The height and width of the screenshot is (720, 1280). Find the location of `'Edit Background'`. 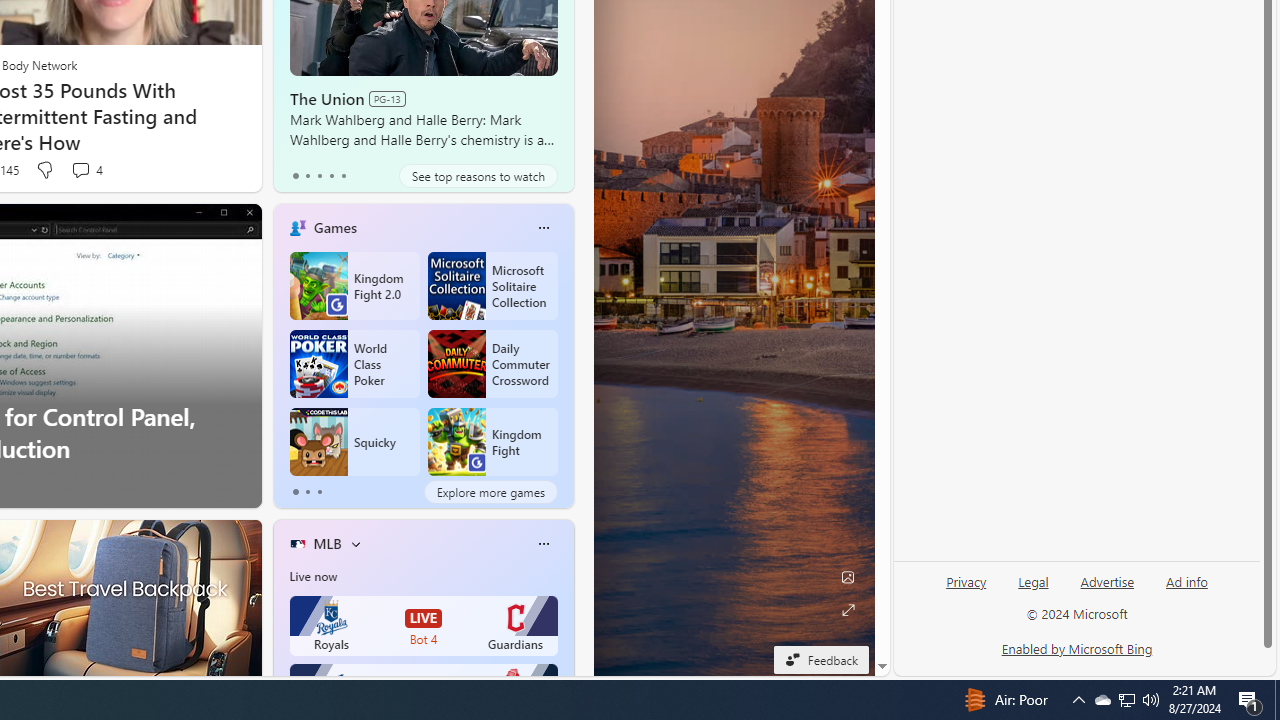

'Edit Background' is located at coordinates (848, 577).